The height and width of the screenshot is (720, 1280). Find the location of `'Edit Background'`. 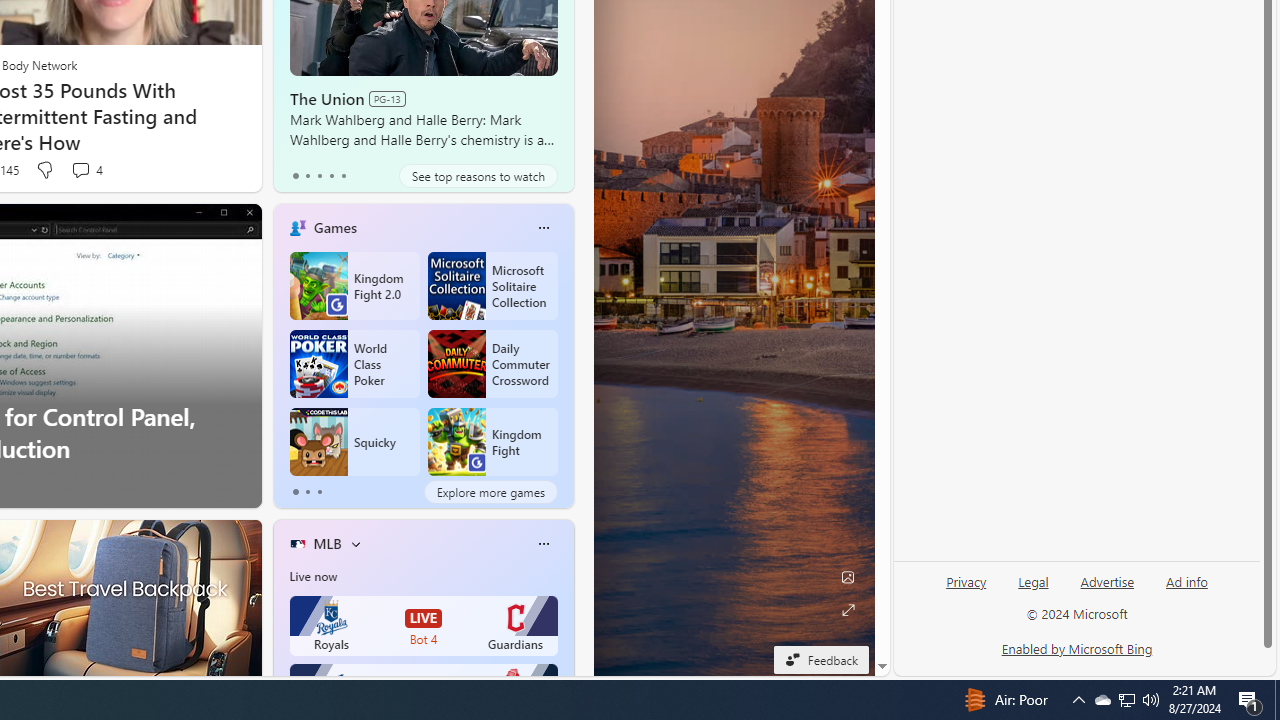

'Edit Background' is located at coordinates (848, 577).